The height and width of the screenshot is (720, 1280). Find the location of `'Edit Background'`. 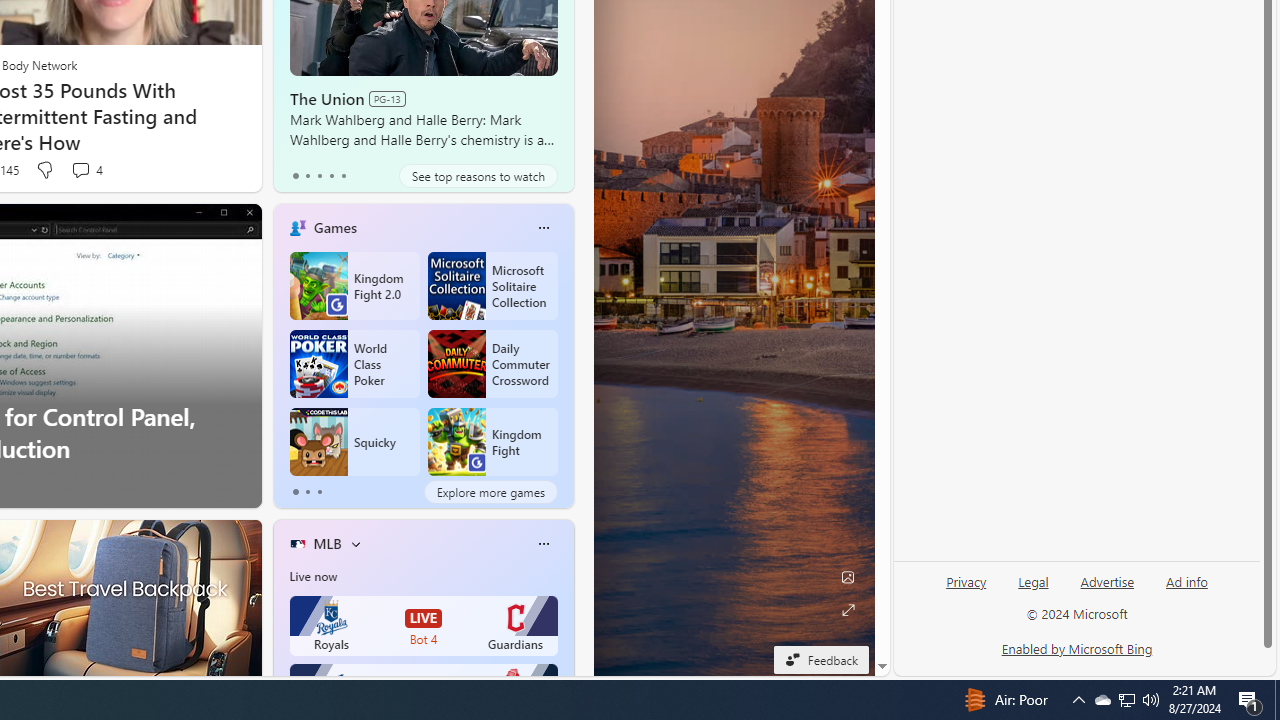

'Edit Background' is located at coordinates (848, 577).